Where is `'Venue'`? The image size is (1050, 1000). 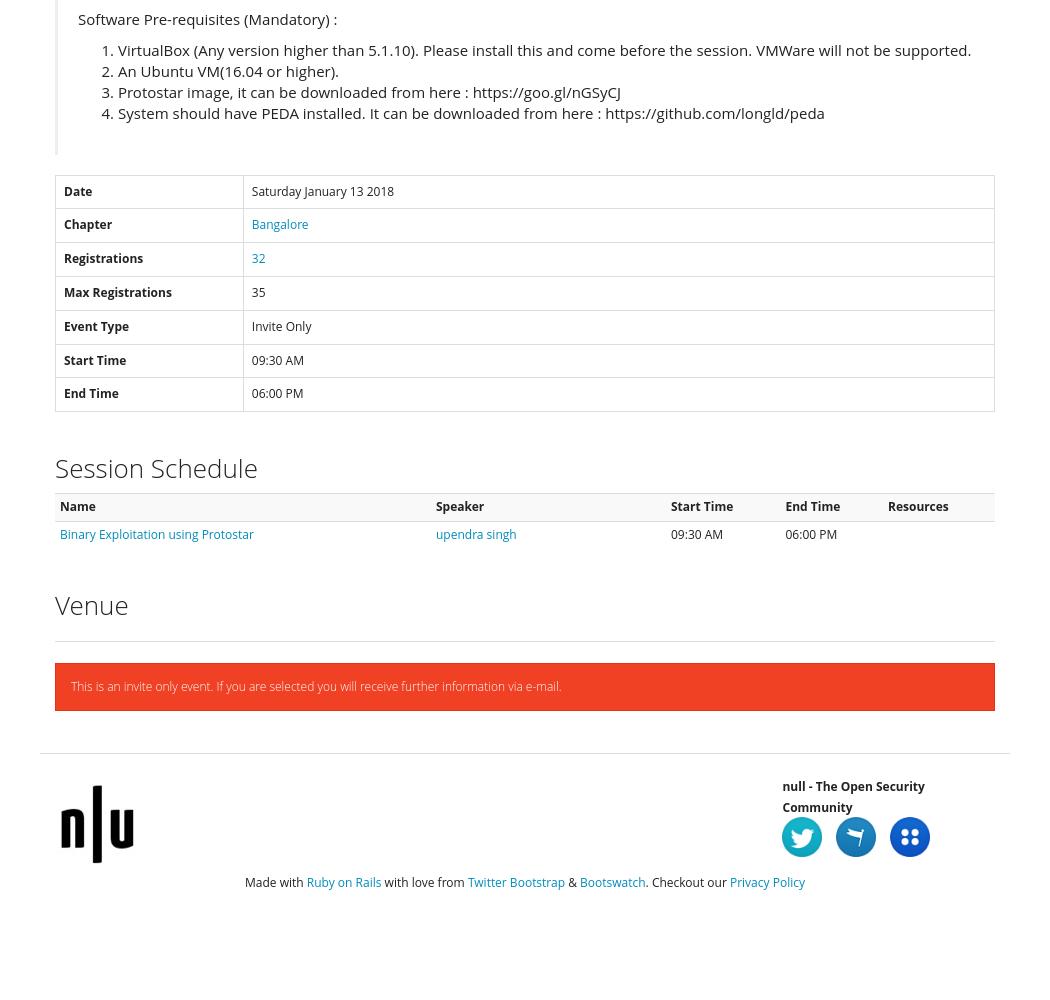 'Venue' is located at coordinates (54, 603).